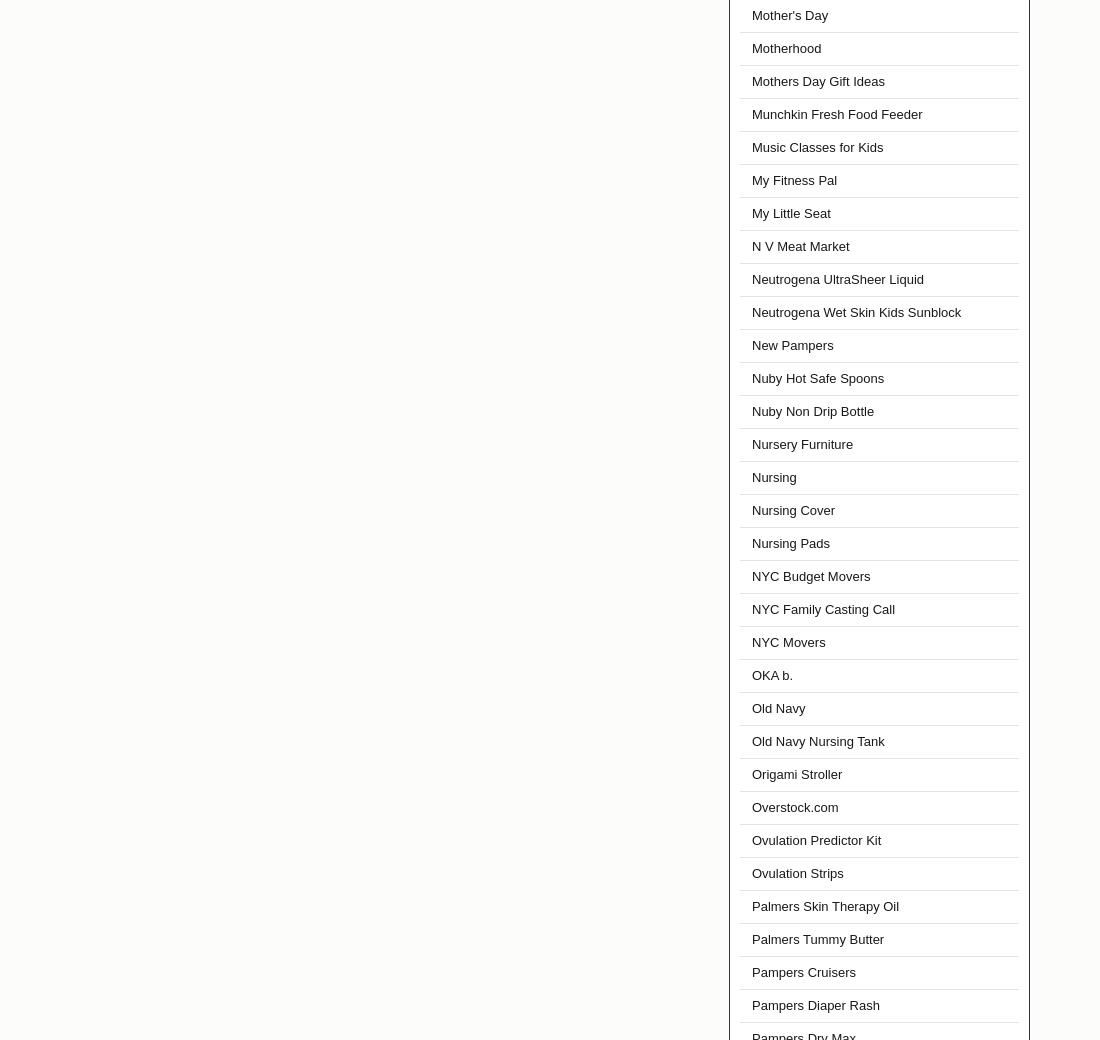  What do you see at coordinates (800, 246) in the screenshot?
I see `'N V Meat Market'` at bounding box center [800, 246].